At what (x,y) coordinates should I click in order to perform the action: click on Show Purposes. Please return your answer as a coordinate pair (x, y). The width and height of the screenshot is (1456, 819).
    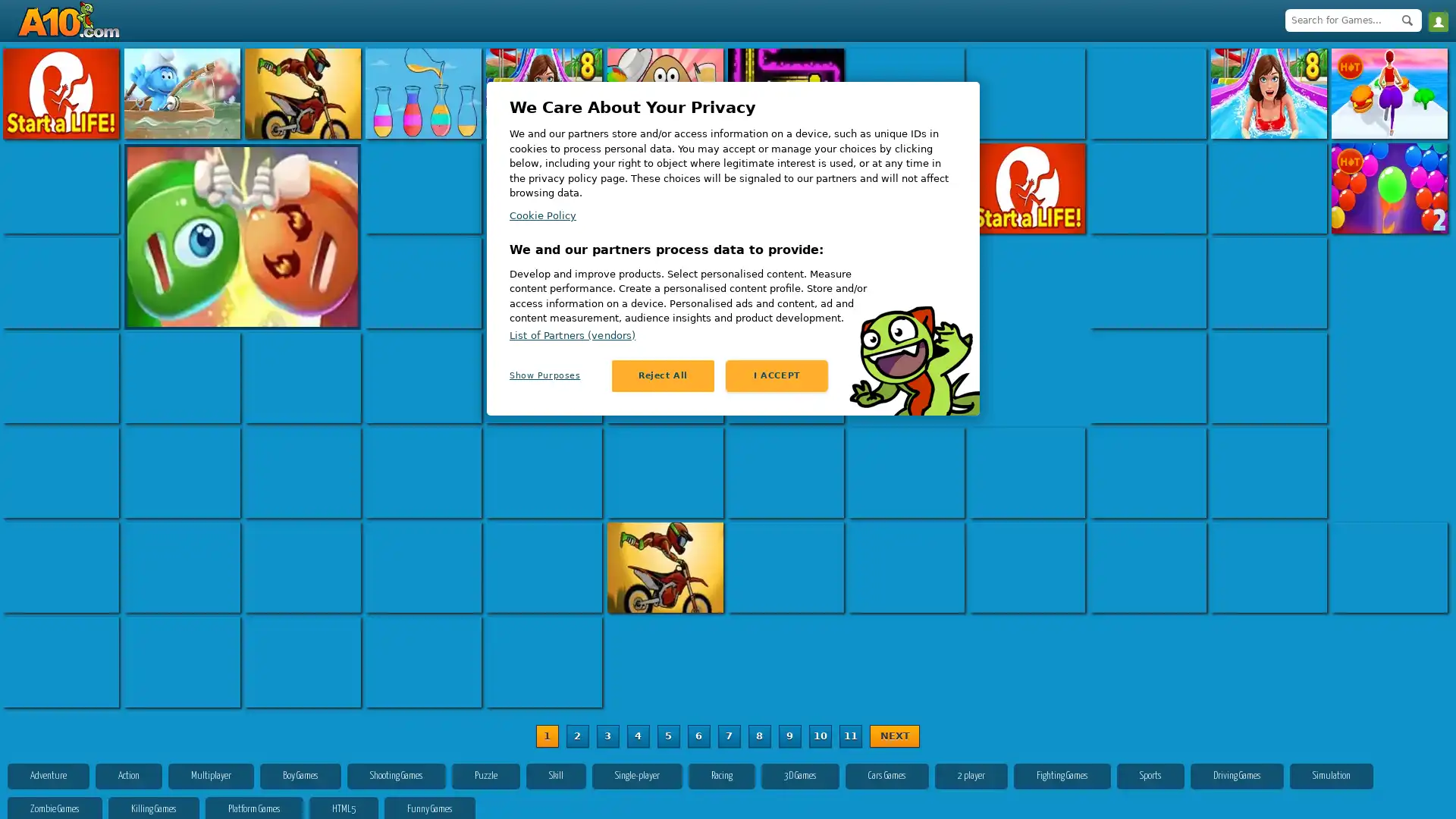
    Looking at the image, I should click on (560, 375).